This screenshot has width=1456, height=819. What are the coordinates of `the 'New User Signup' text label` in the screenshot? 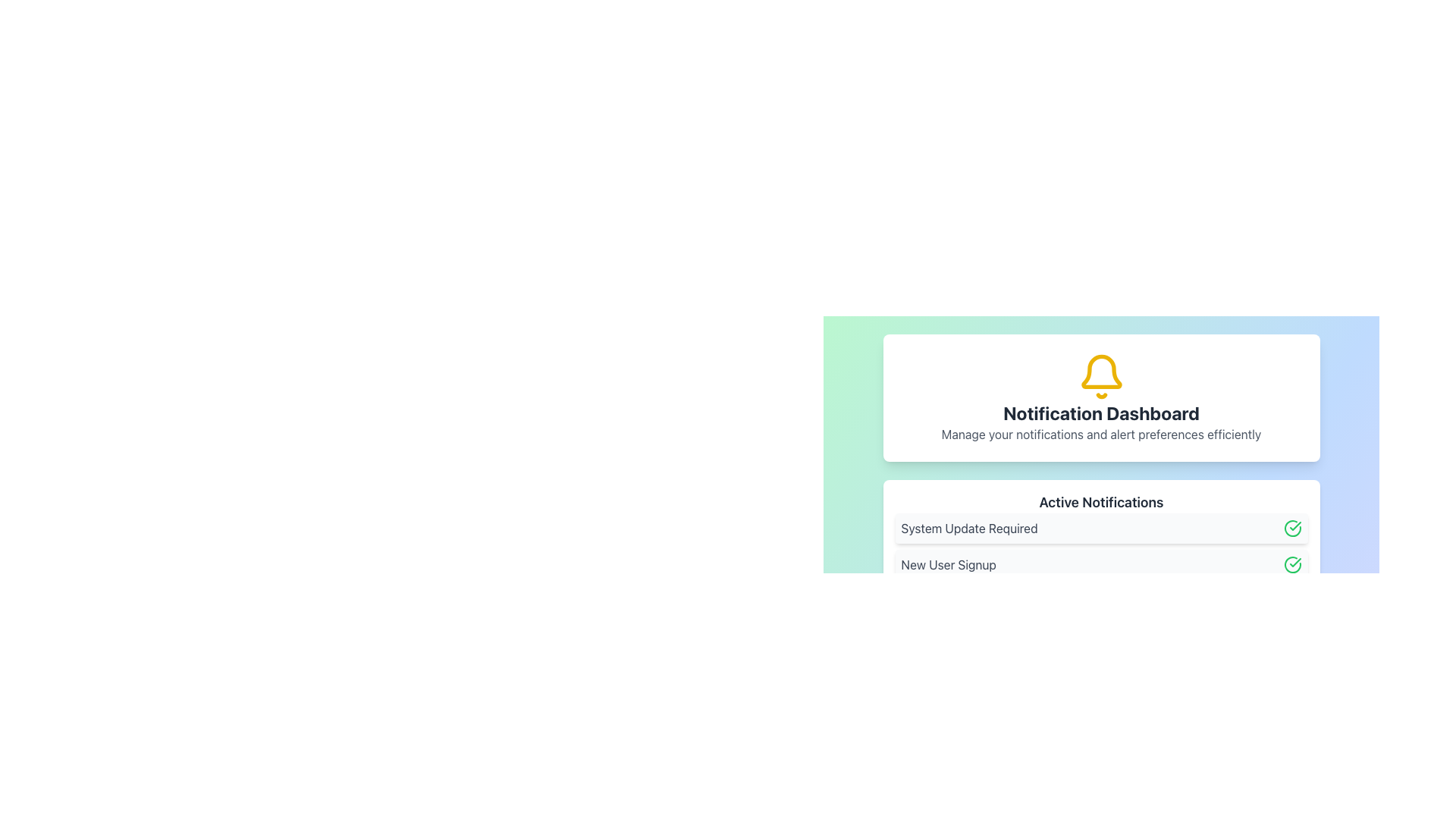 It's located at (948, 564).